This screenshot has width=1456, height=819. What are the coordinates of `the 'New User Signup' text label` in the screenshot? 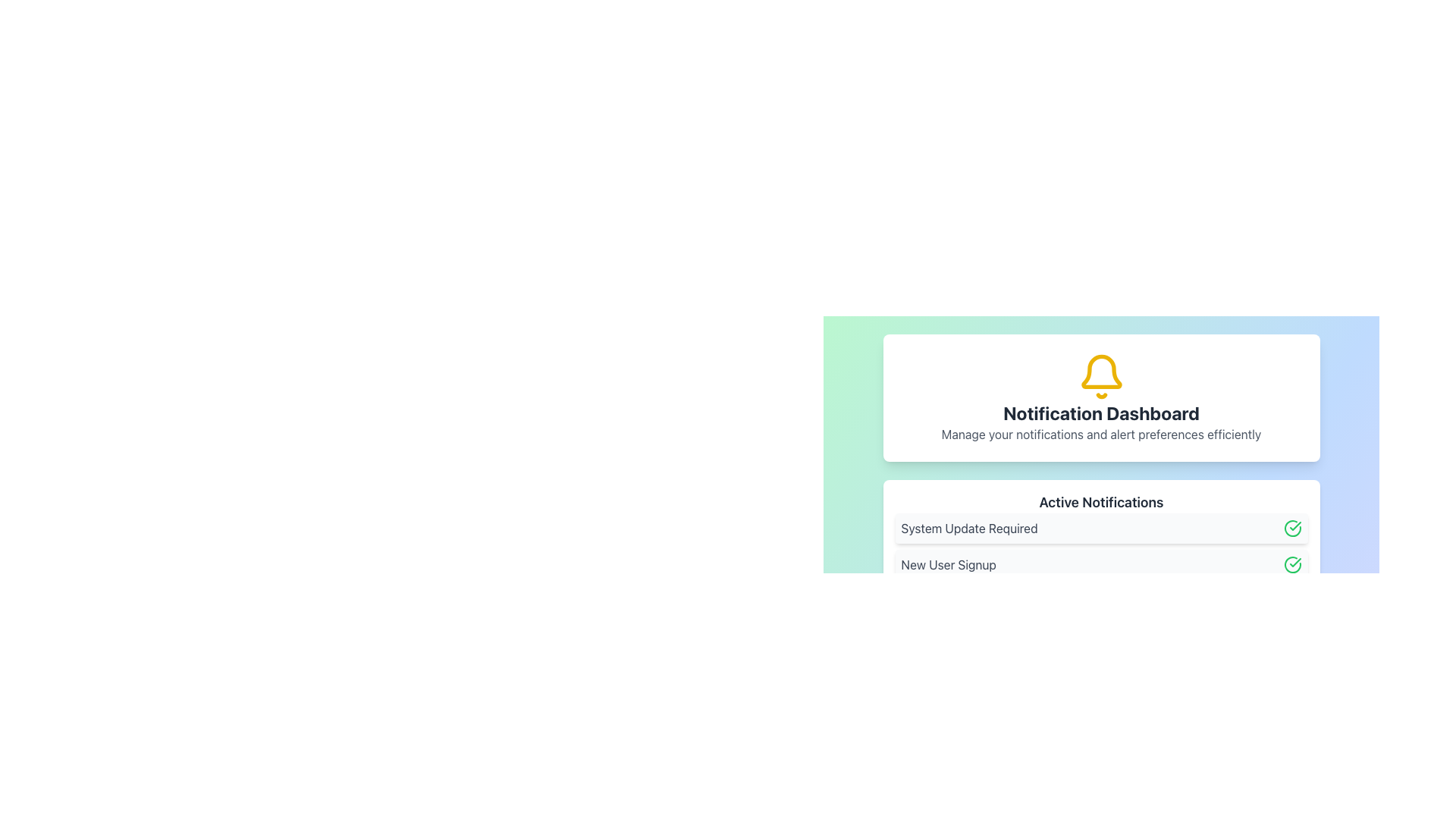 It's located at (948, 564).